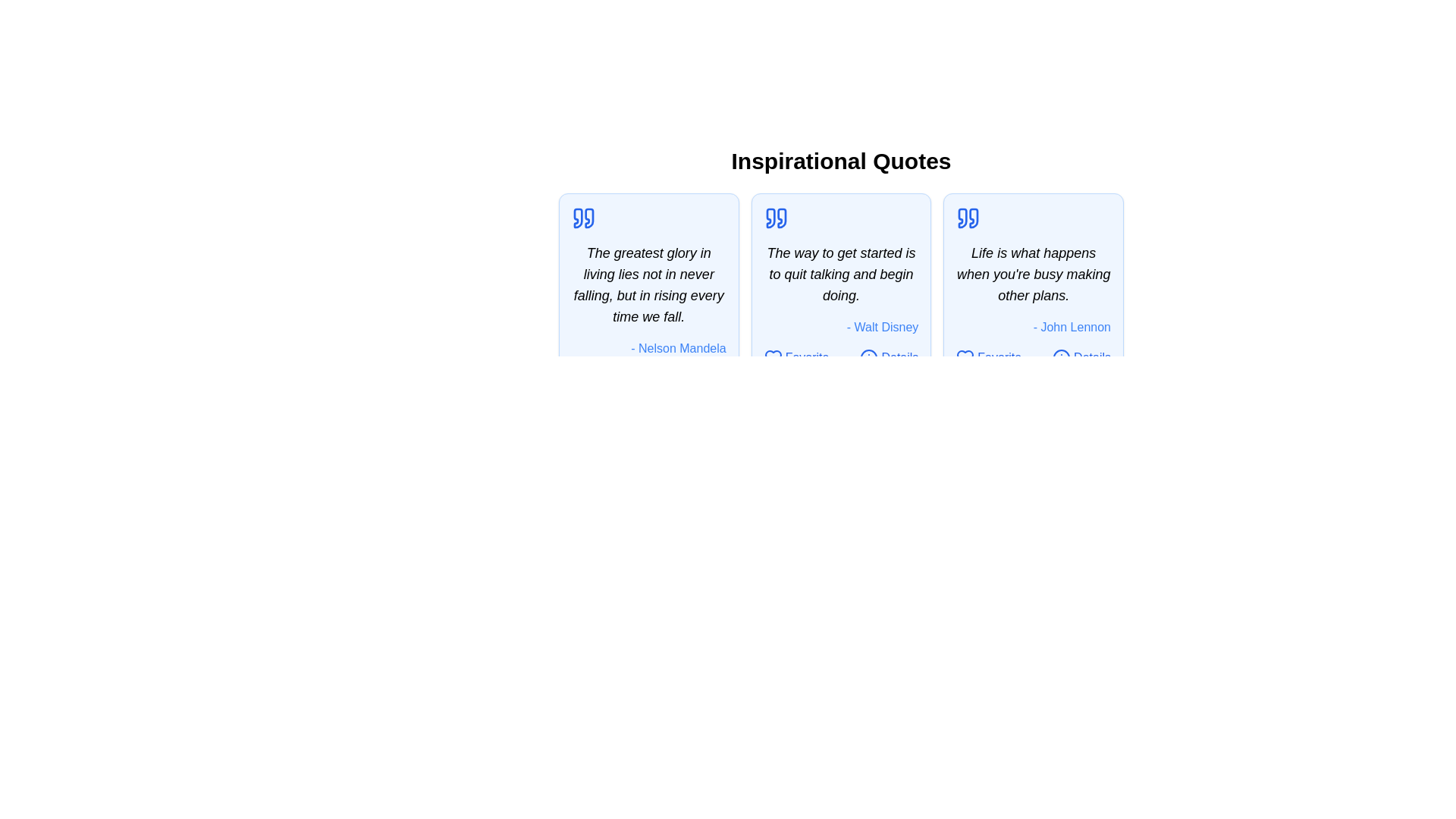  Describe the element at coordinates (869, 357) in the screenshot. I see `the circular shape with a border within the information icon located in the second card of three on the page` at that location.